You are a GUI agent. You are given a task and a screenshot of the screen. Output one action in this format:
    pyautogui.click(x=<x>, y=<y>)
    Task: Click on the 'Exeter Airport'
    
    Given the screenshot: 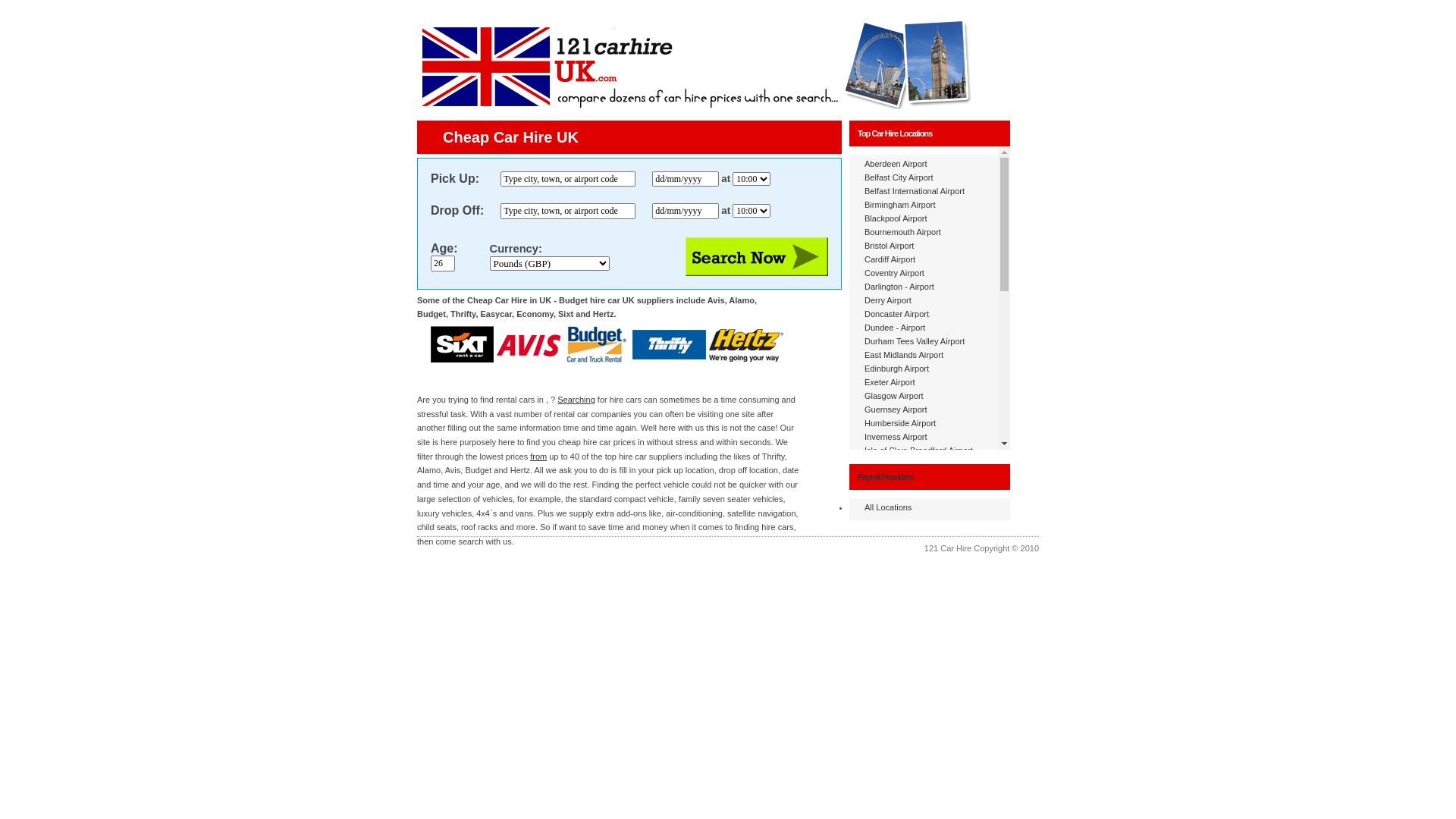 What is the action you would take?
    pyautogui.click(x=890, y=381)
    